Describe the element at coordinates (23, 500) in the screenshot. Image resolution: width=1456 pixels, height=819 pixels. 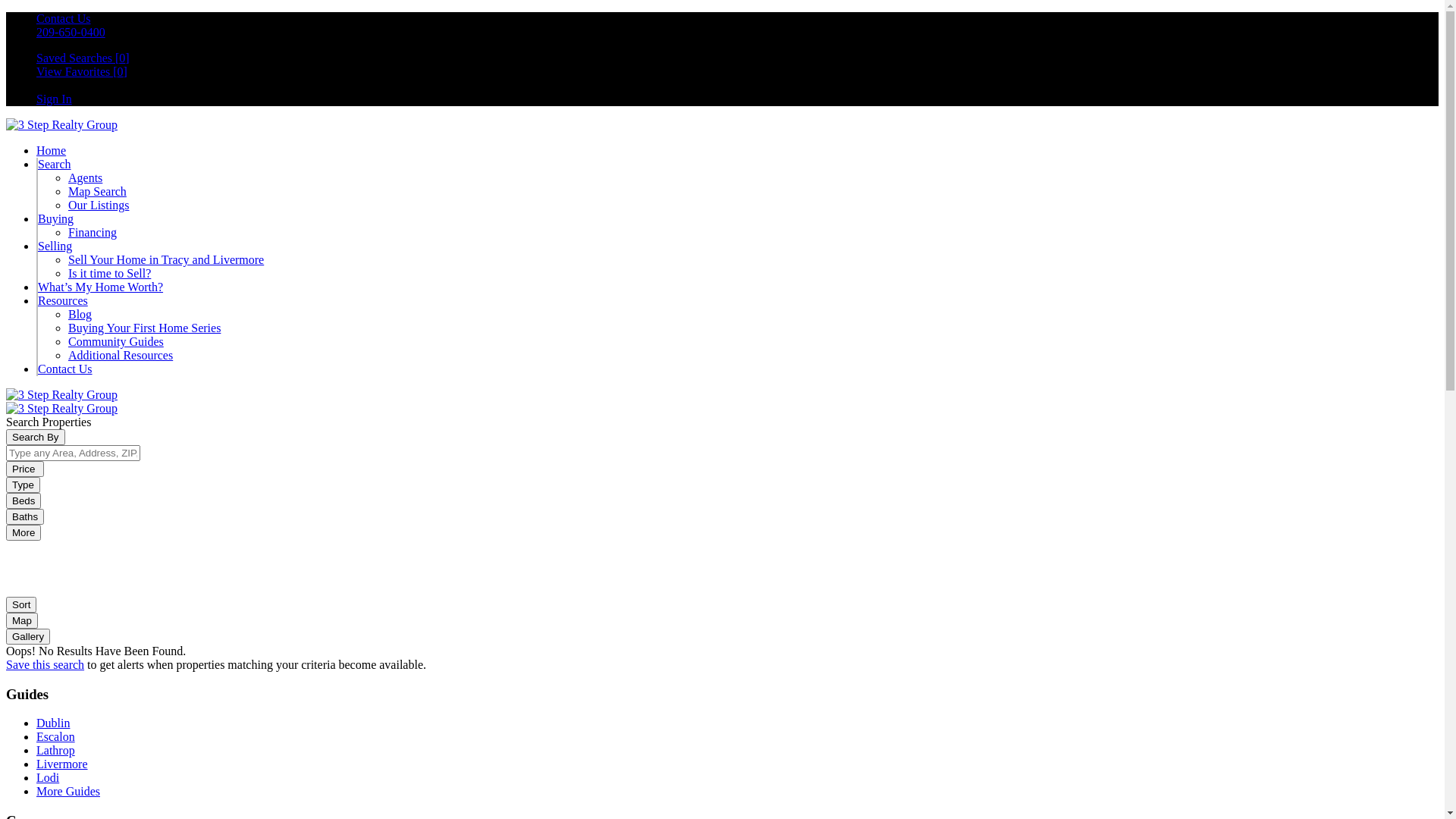
I see `'Beds'` at that location.